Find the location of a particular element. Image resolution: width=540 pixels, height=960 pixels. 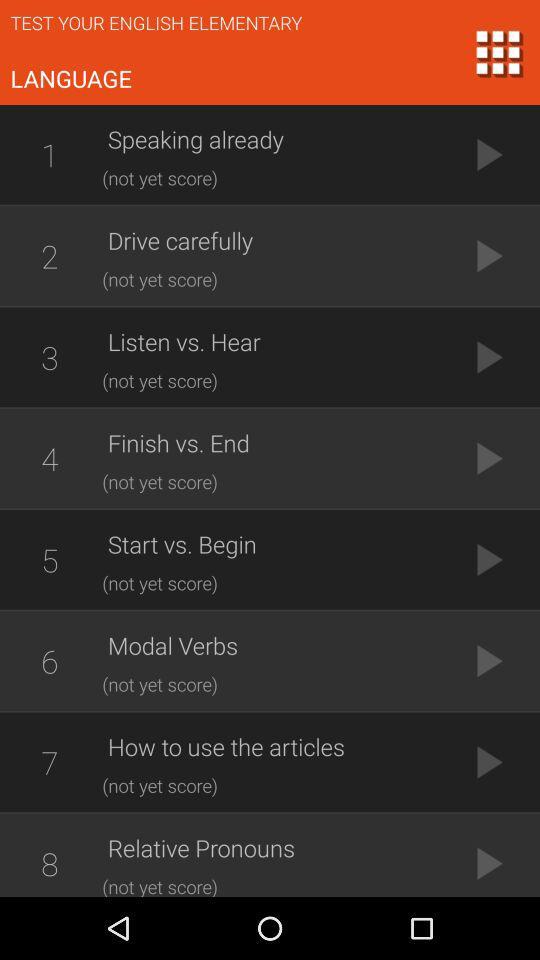

the icon below 5 is located at coordinates (49, 661).